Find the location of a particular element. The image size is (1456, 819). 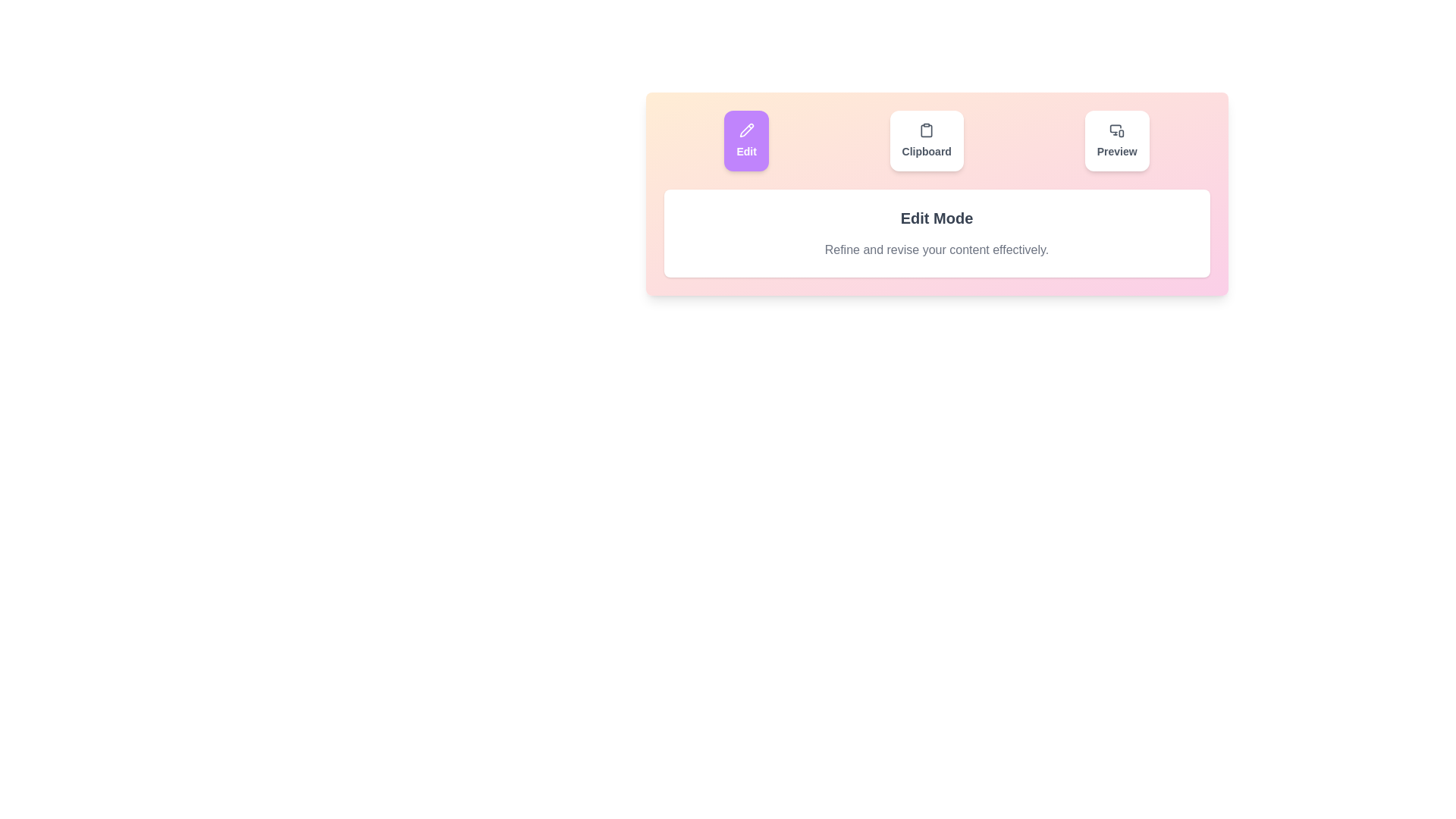

the tab button labeled Edit is located at coordinates (746, 140).